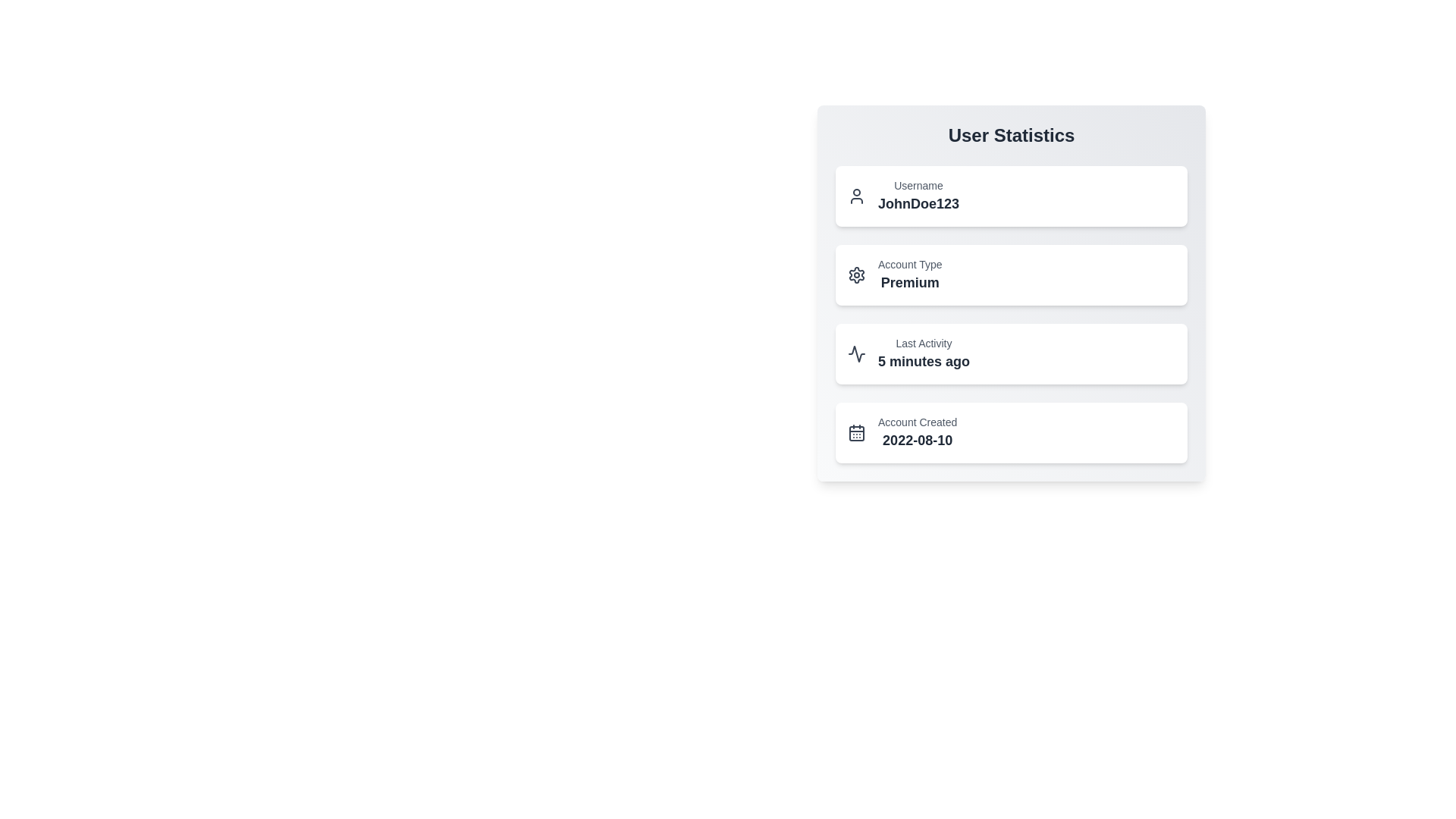  Describe the element at coordinates (923, 353) in the screenshot. I see `the informational text display element that shows 'Last Activity' and '5 minutes ago' for additional tooltip information` at that location.